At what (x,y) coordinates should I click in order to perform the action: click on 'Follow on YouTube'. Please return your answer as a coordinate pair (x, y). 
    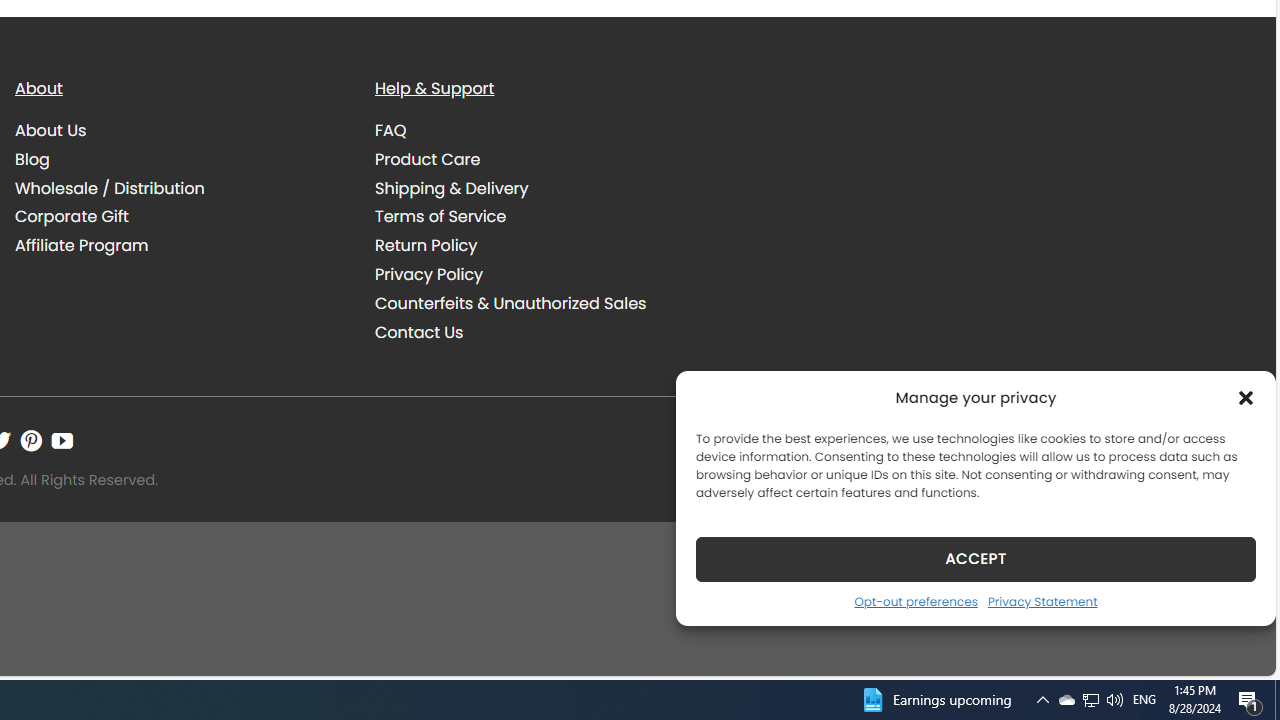
    Looking at the image, I should click on (62, 440).